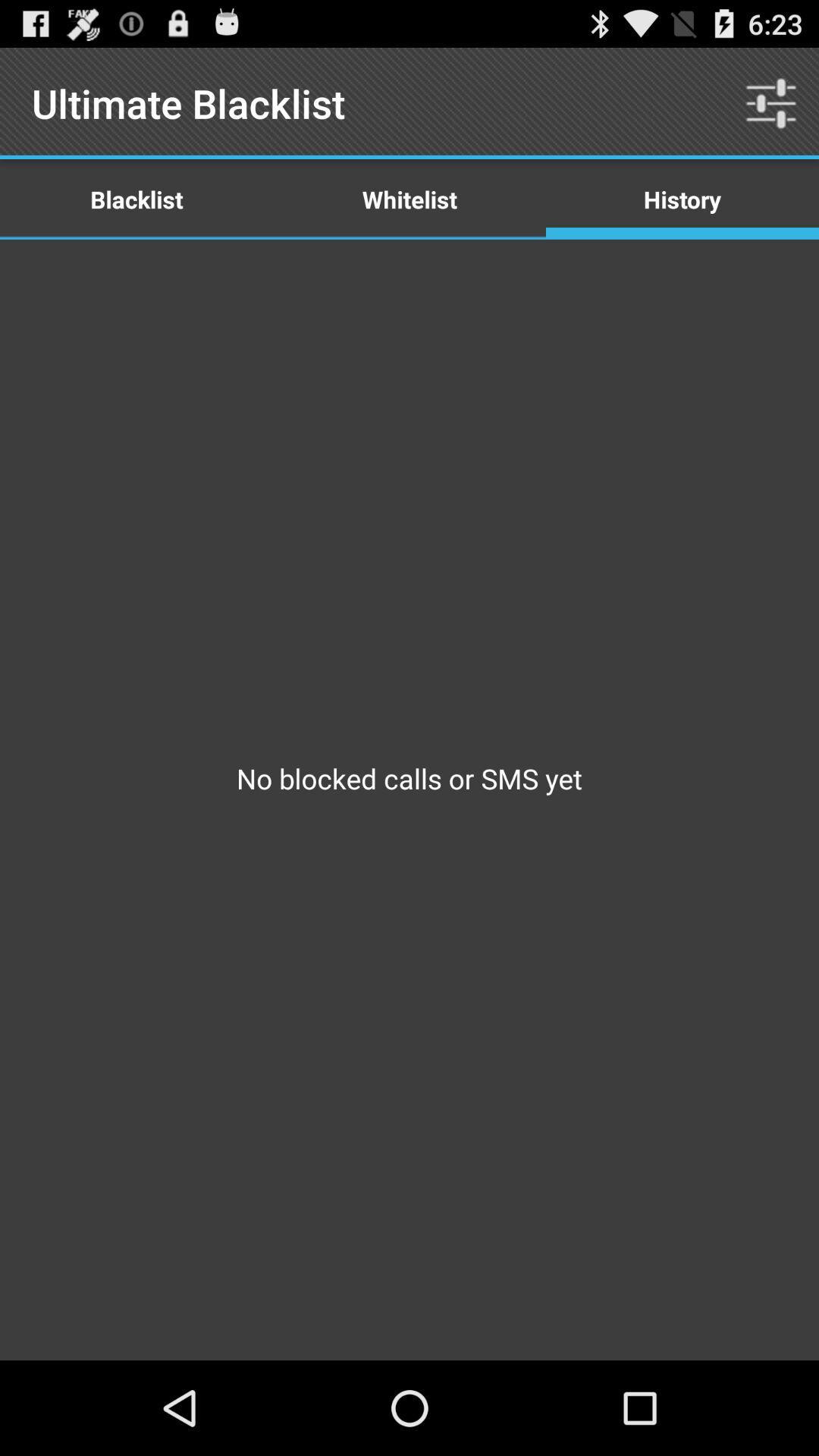 The height and width of the screenshot is (1456, 819). What do you see at coordinates (409, 198) in the screenshot?
I see `the icon next to the history item` at bounding box center [409, 198].